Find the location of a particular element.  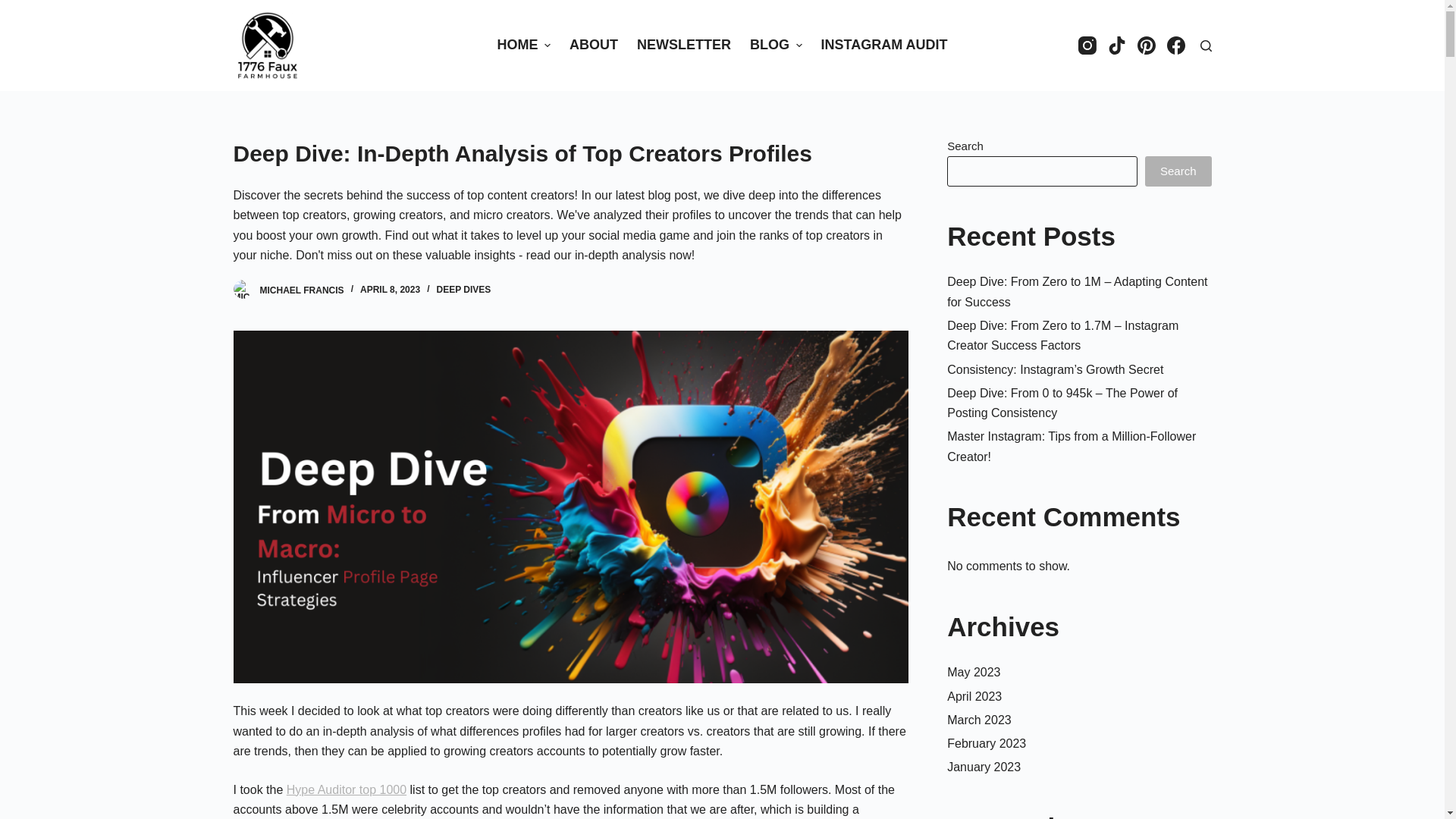

'February 2023' is located at coordinates (986, 742).